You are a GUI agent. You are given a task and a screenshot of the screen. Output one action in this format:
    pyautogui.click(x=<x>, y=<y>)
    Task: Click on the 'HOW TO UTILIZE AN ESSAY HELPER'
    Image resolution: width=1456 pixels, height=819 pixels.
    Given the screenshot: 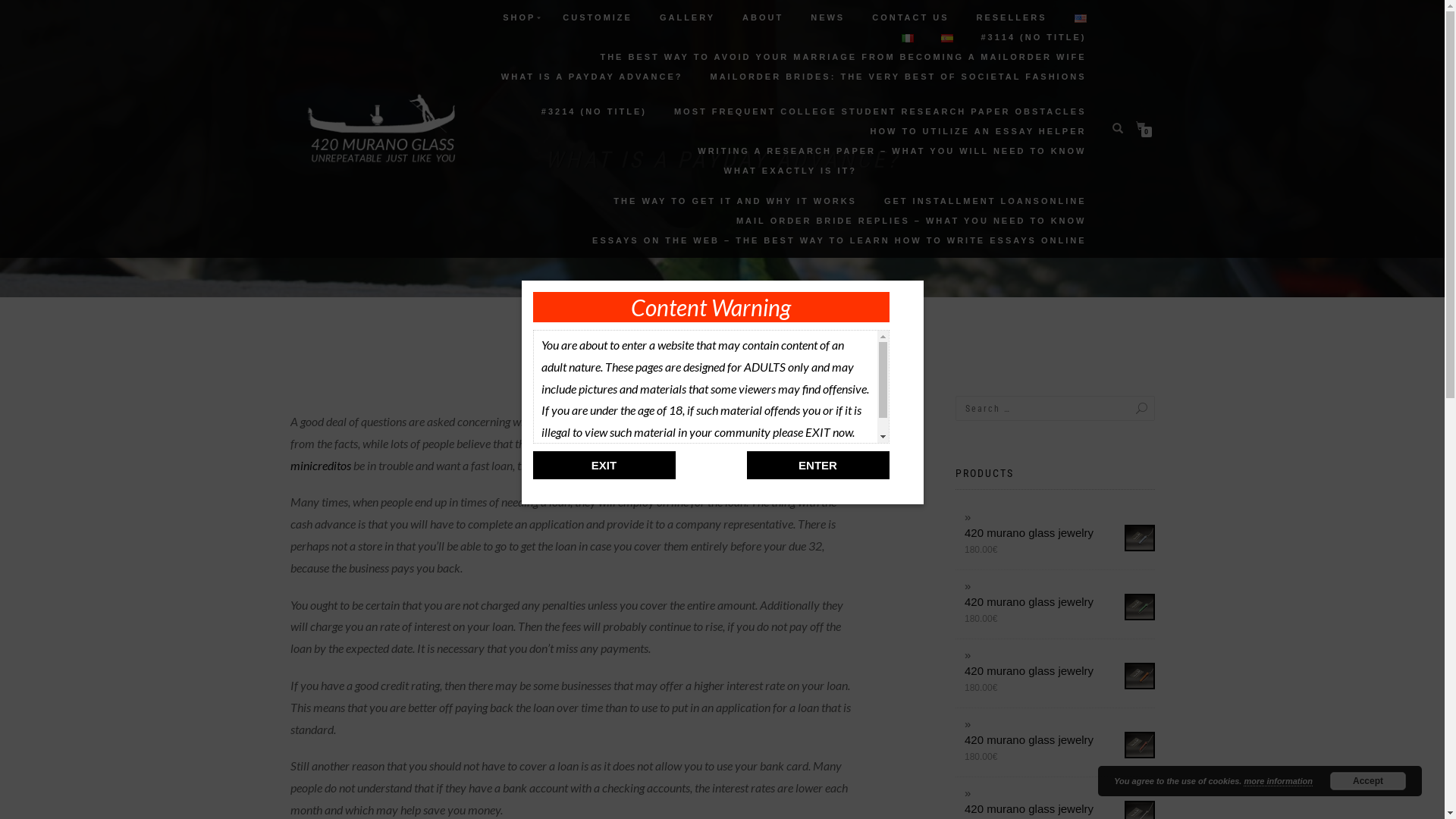 What is the action you would take?
    pyautogui.click(x=978, y=130)
    